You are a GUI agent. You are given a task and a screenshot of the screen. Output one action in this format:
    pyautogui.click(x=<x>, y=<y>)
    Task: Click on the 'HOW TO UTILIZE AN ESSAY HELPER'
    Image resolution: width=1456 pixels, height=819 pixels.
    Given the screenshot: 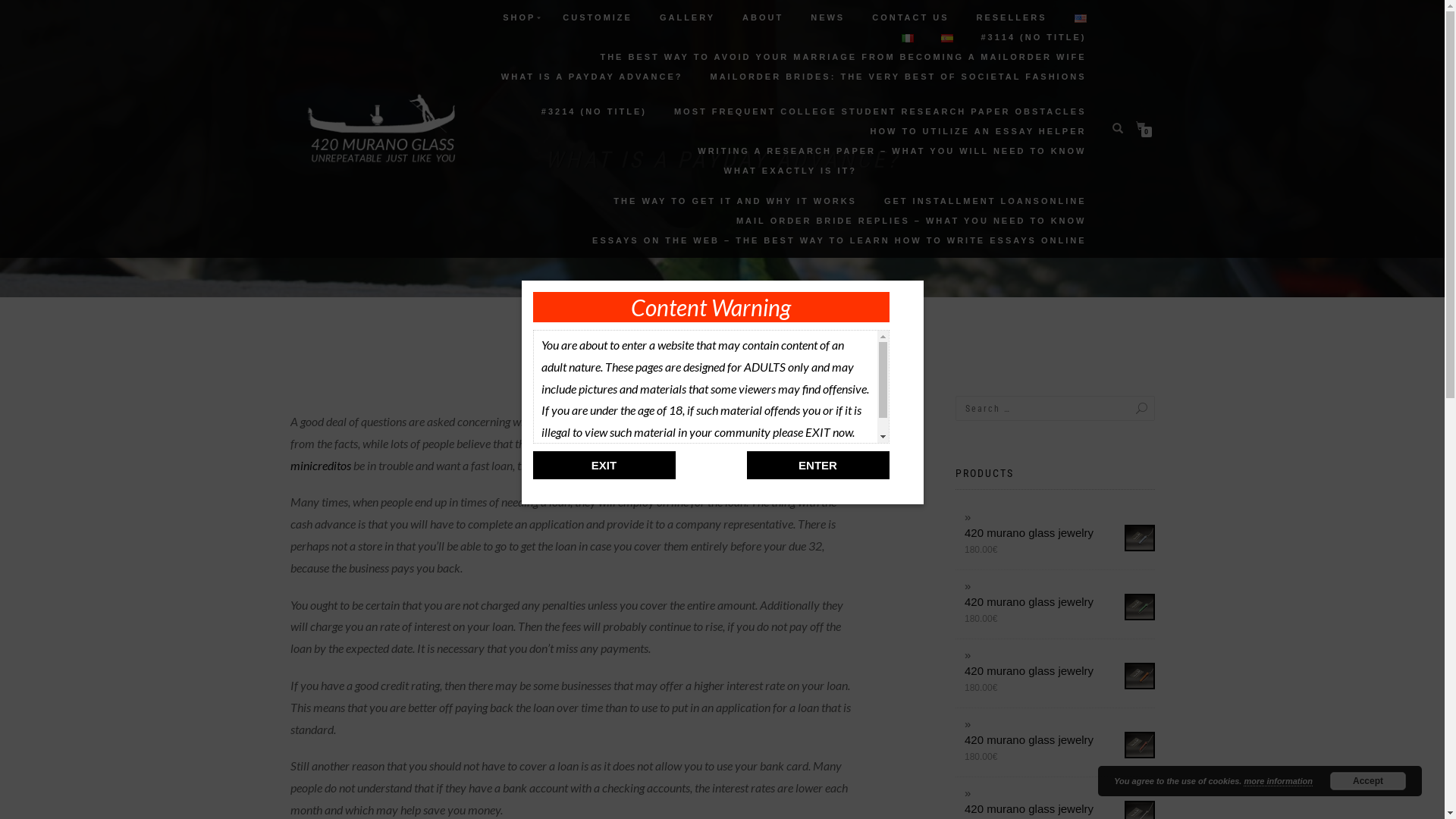 What is the action you would take?
    pyautogui.click(x=978, y=130)
    